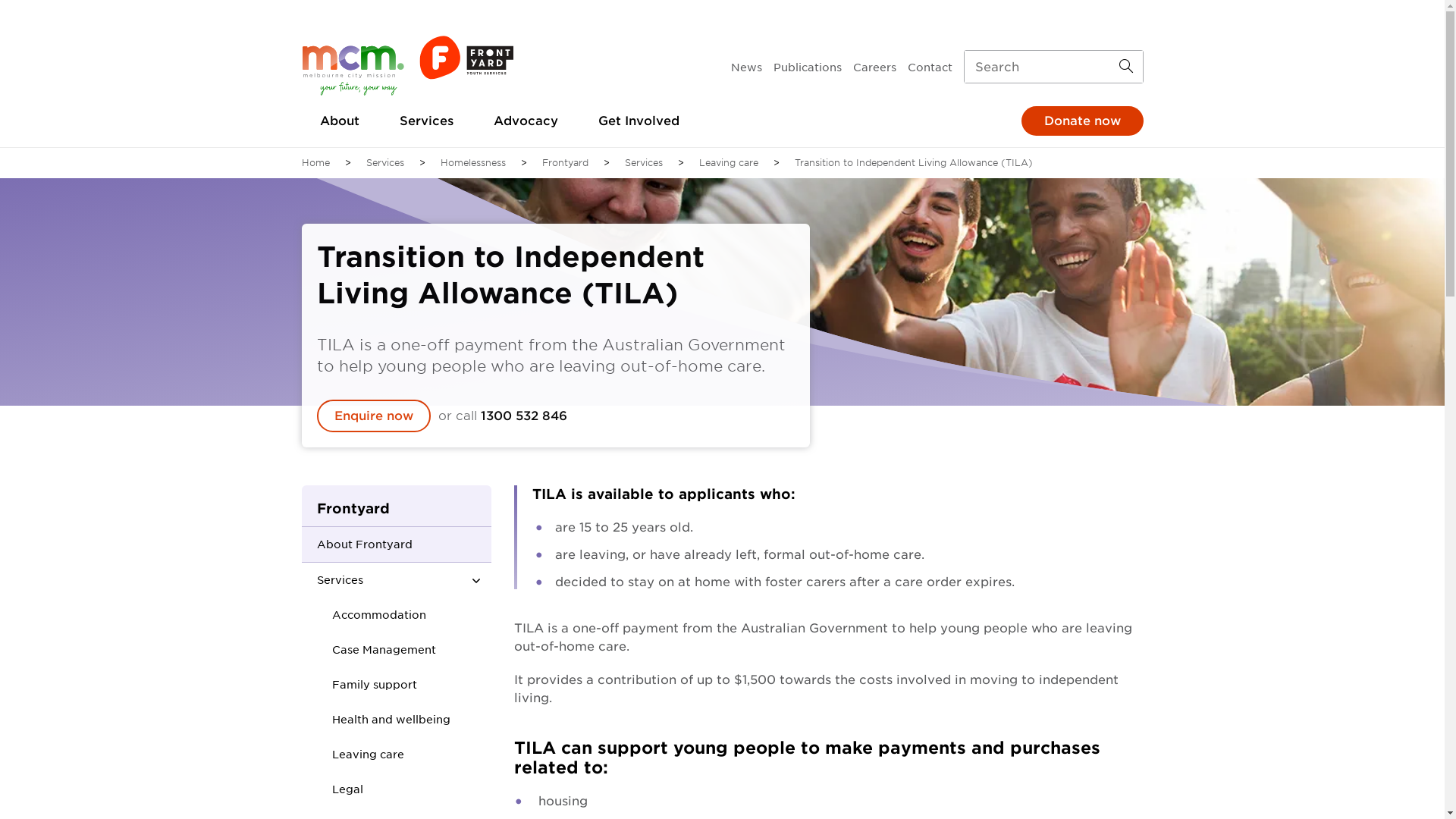 The width and height of the screenshot is (1456, 819). What do you see at coordinates (906, 66) in the screenshot?
I see `'Contact'` at bounding box center [906, 66].